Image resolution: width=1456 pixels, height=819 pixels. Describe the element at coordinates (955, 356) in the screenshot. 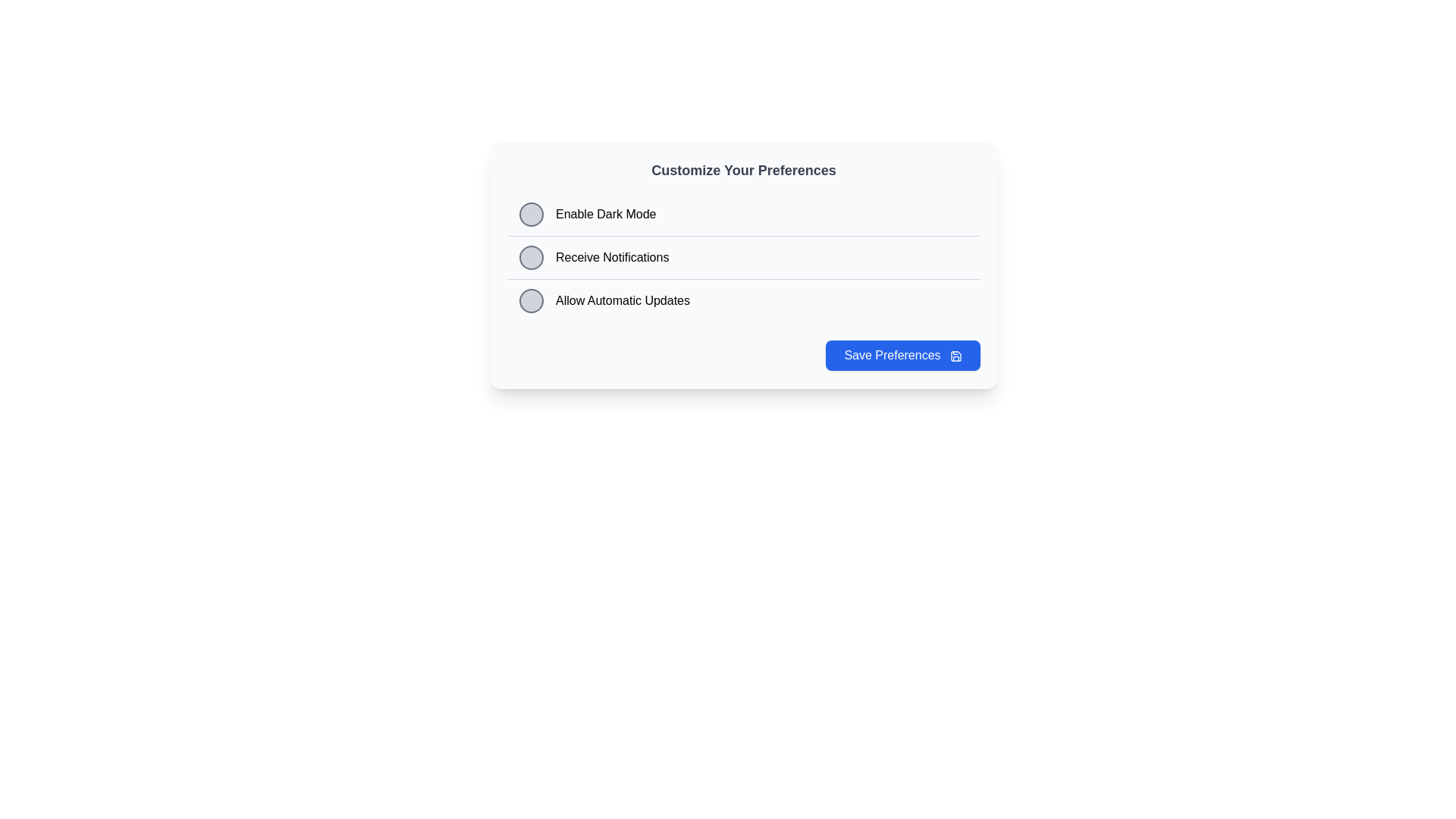

I see `the 'Save Preferences' button that contains a floppy disk icon on its right side` at that location.